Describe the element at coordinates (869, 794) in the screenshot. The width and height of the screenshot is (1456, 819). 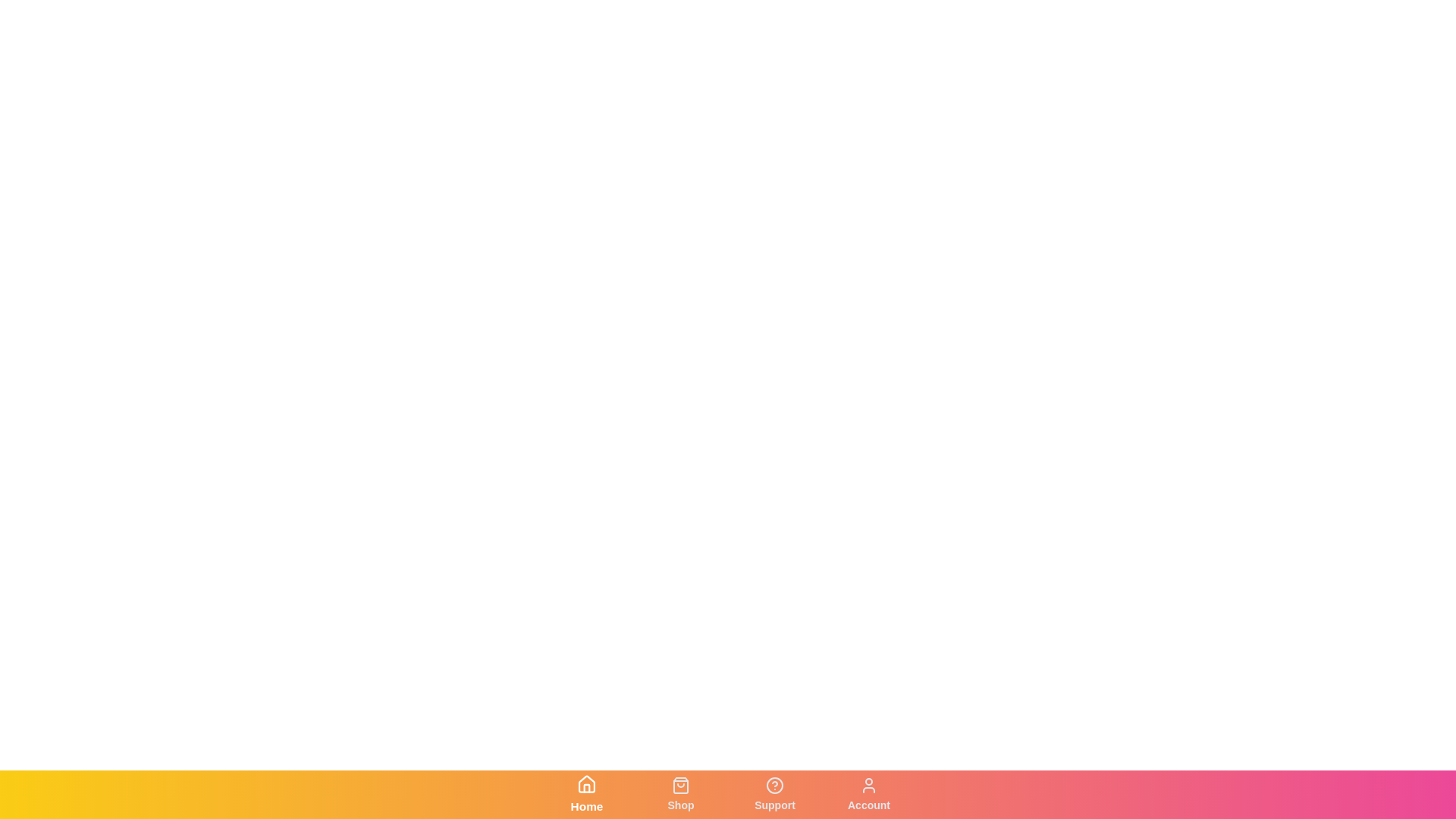
I see `the Account tab from the navigation bar` at that location.